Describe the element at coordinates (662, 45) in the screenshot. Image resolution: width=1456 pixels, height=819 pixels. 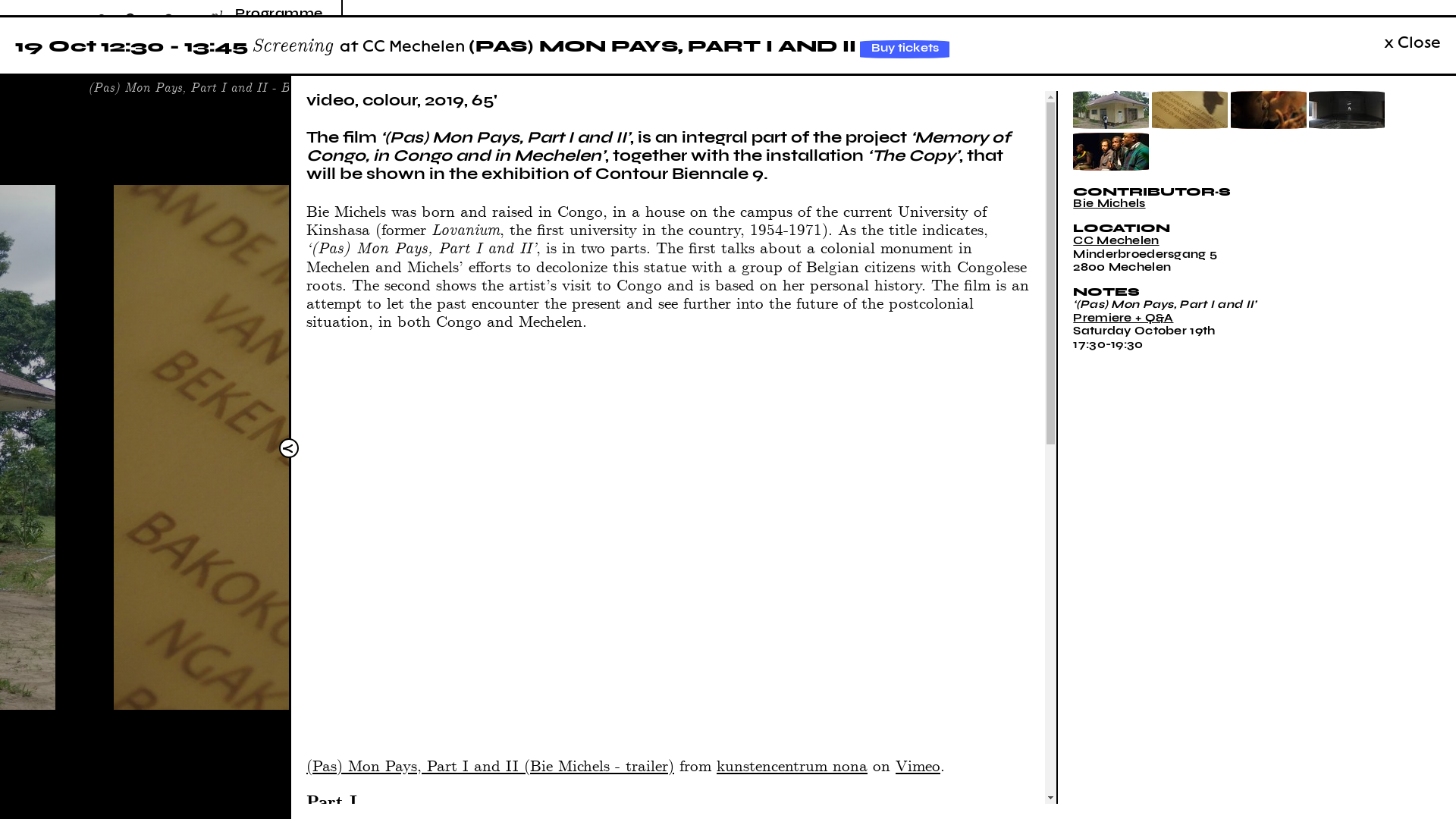
I see `'(PAS) MON PAYS, PART I AND II'` at that location.